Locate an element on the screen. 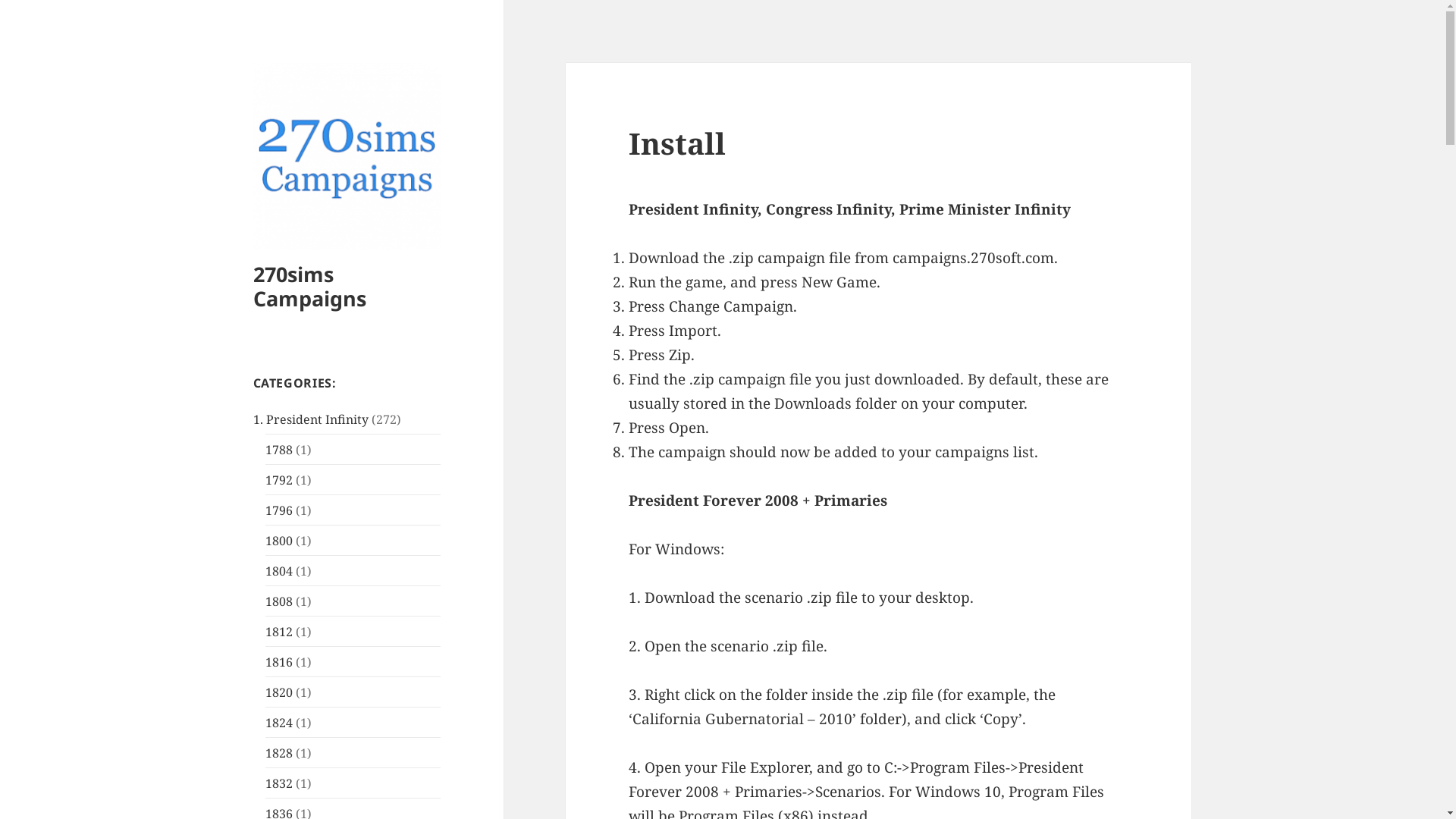  '1824' is located at coordinates (279, 721).